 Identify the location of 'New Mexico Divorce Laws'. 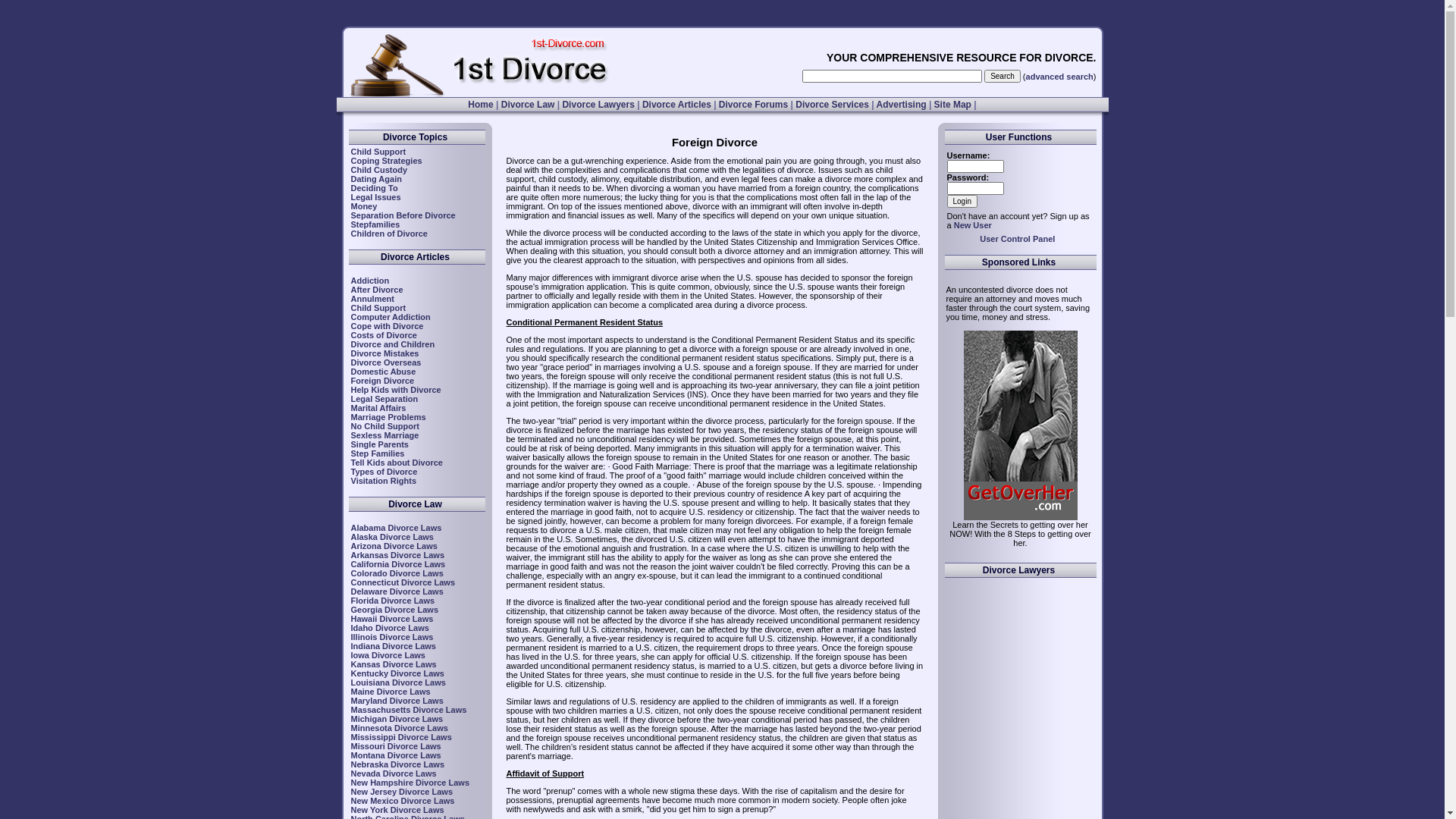
(402, 800).